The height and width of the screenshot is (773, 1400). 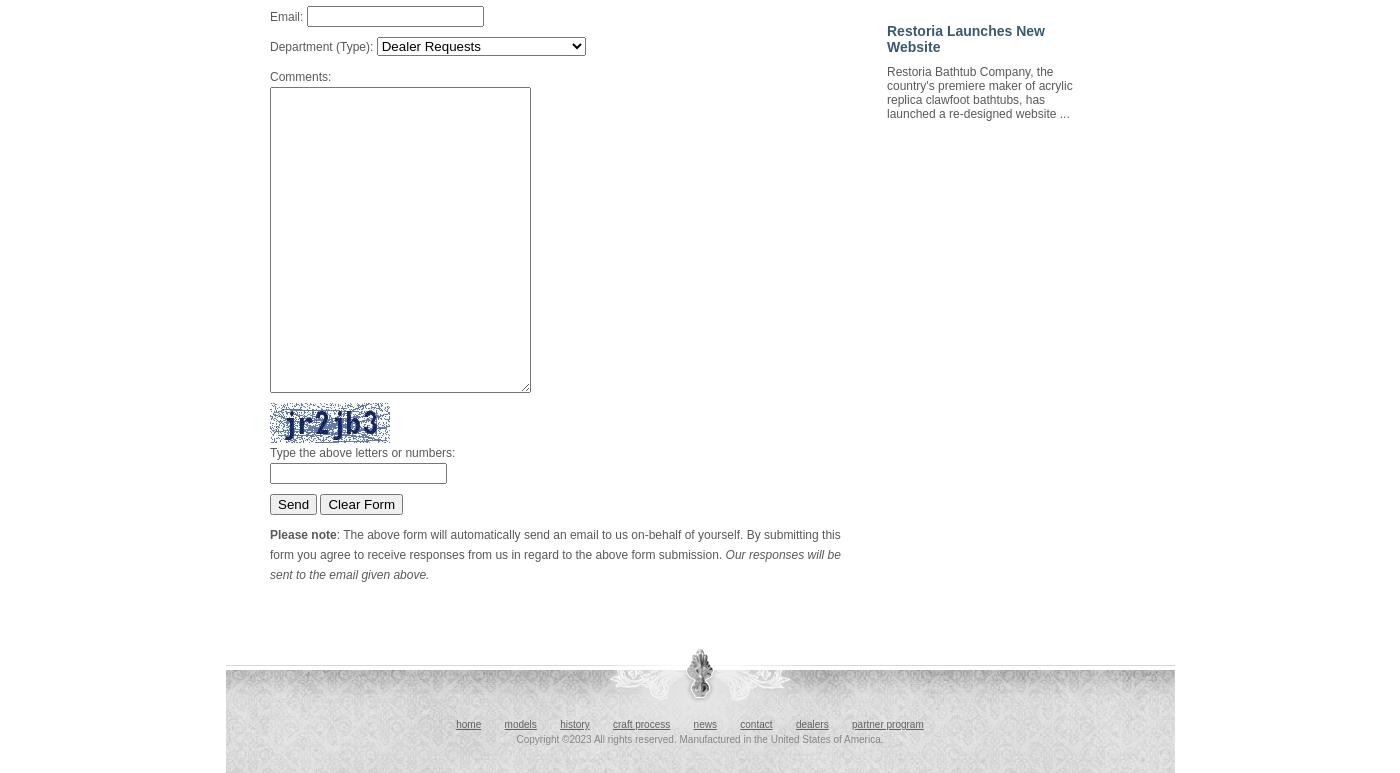 What do you see at coordinates (270, 17) in the screenshot?
I see `'Email:'` at bounding box center [270, 17].